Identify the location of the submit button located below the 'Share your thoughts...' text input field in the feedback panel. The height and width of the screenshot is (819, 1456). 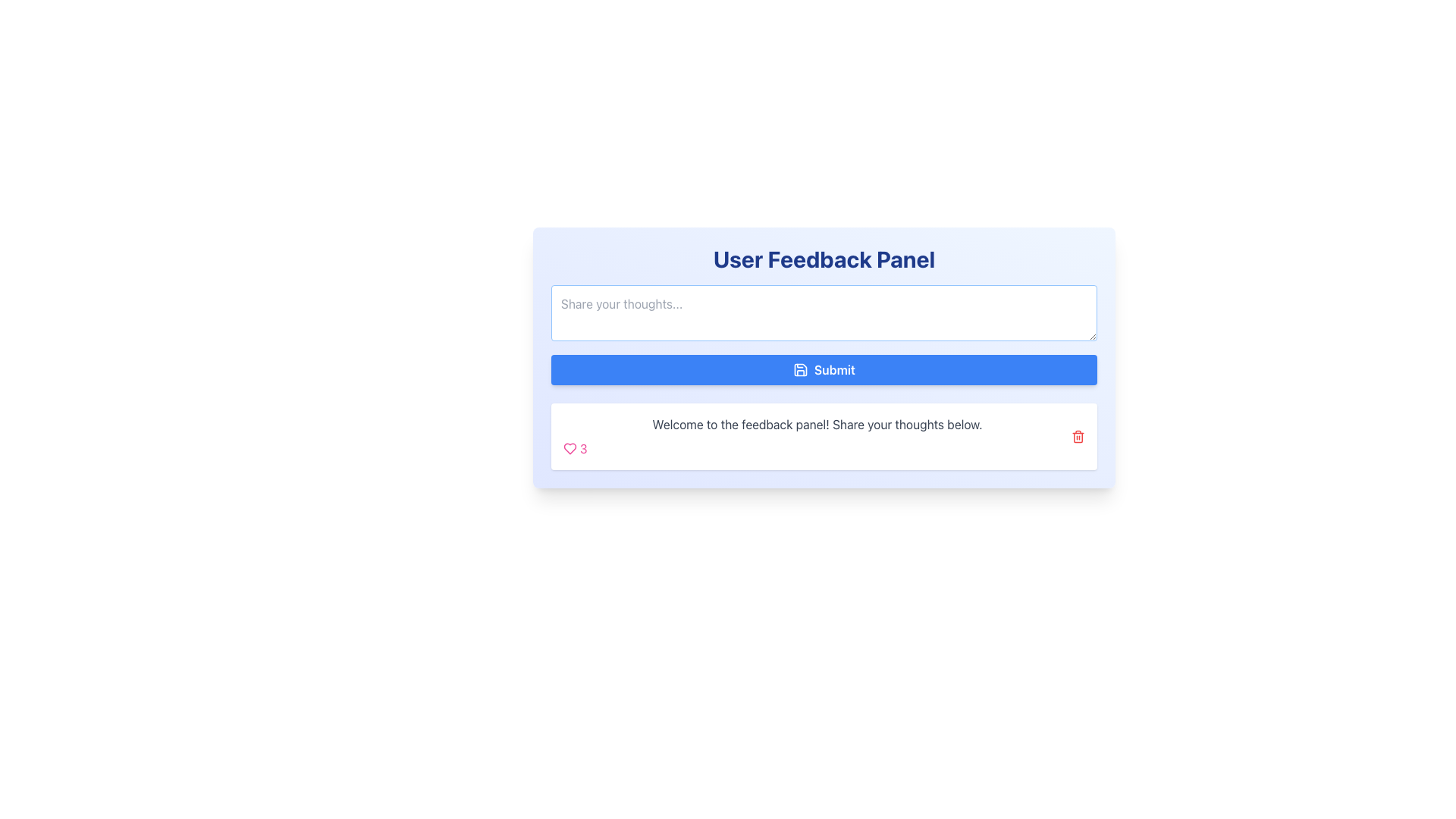
(823, 370).